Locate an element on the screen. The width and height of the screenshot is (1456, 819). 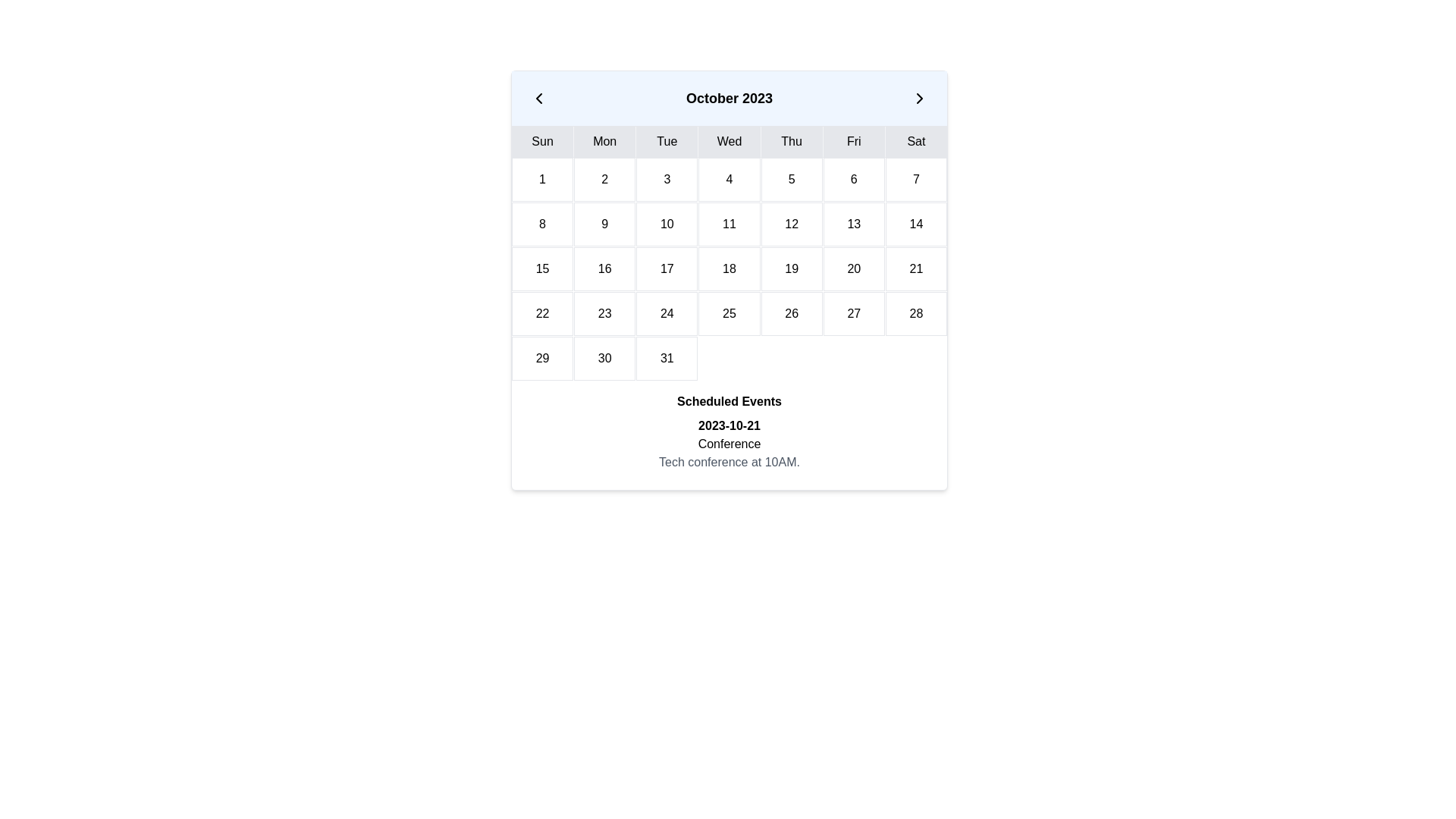
the Textual date block displaying the numeral '16' in the calendar grid is located at coordinates (604, 268).